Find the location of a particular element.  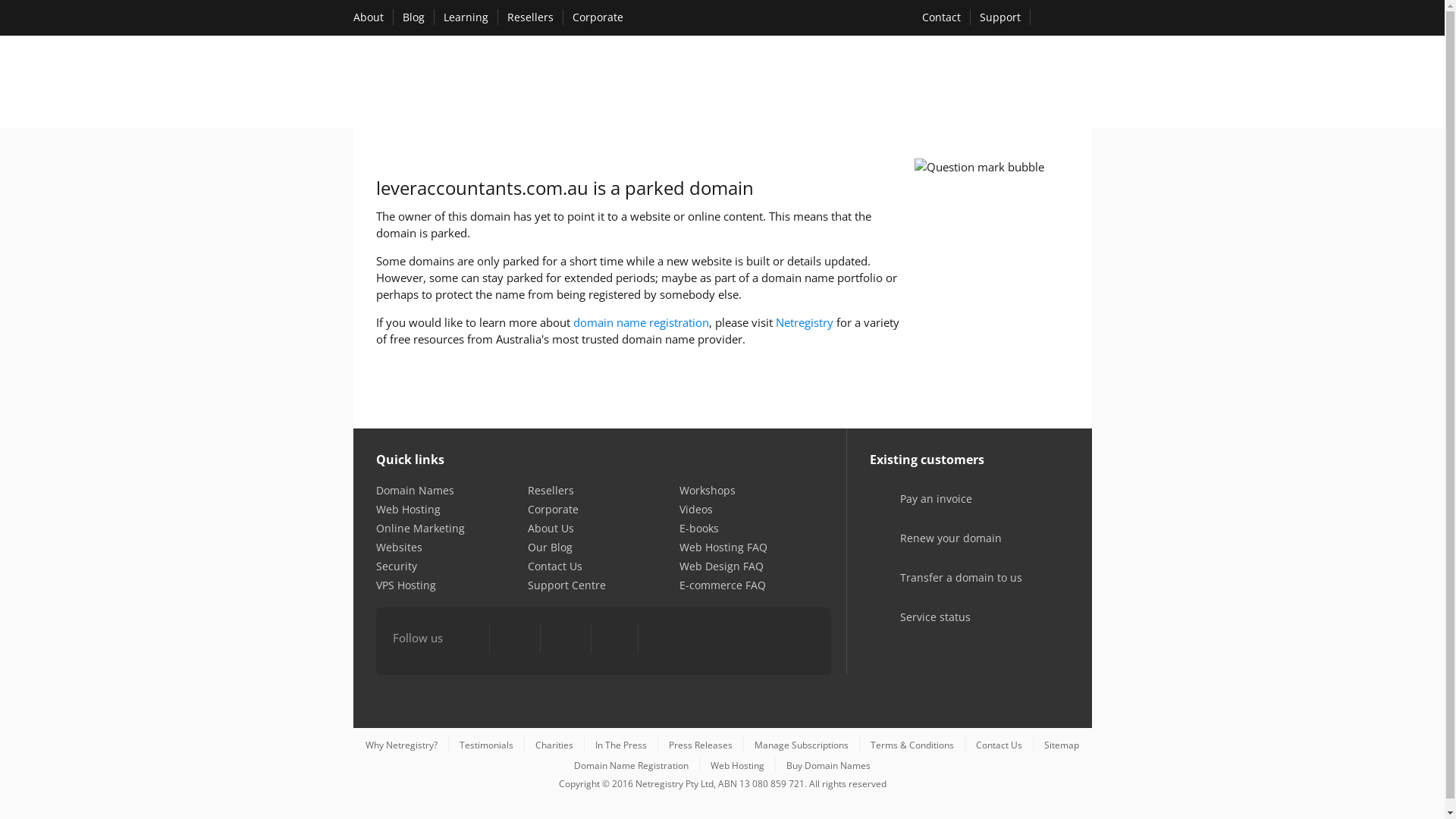

'Blog RSS' is located at coordinates (662, 639).